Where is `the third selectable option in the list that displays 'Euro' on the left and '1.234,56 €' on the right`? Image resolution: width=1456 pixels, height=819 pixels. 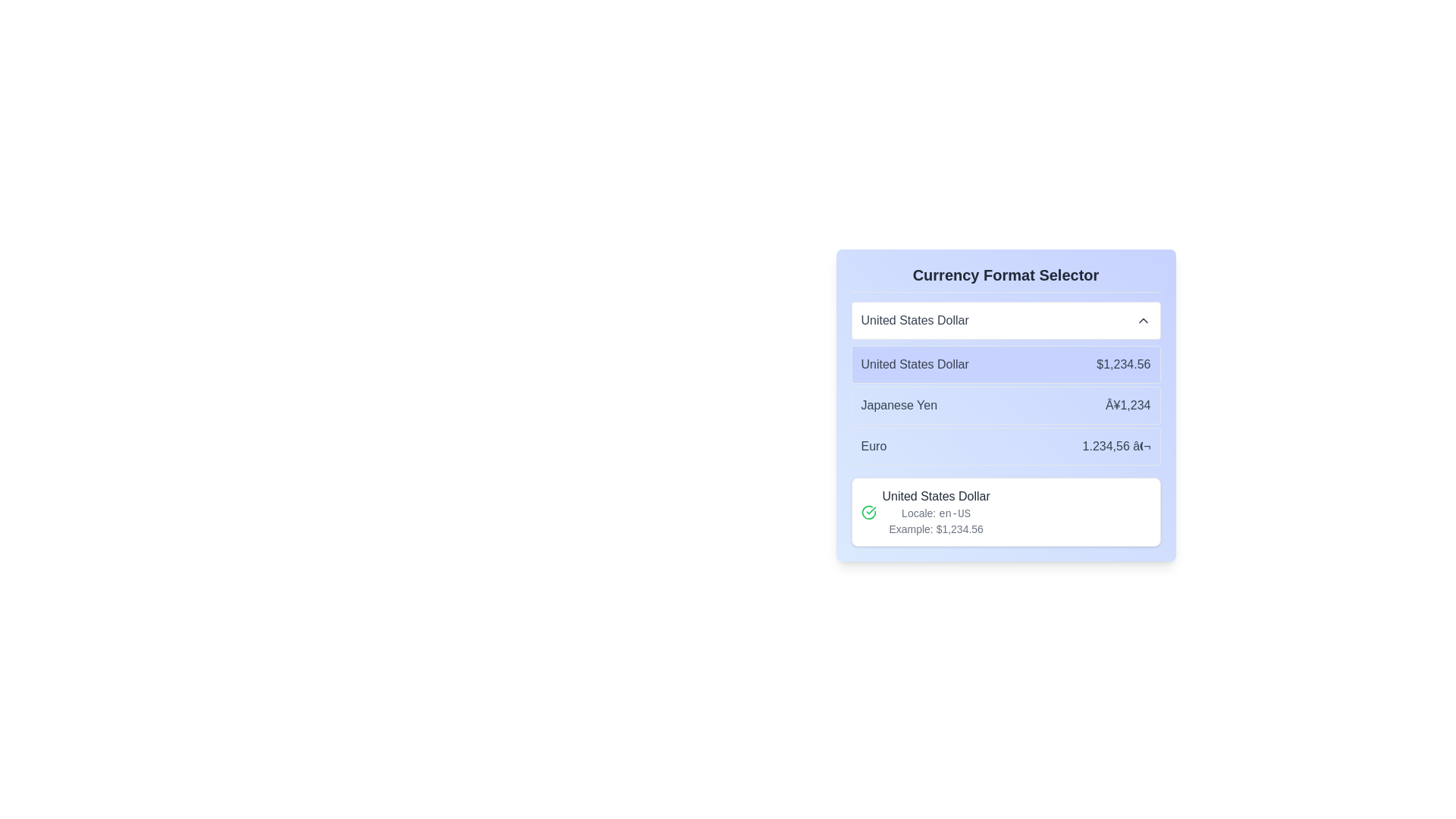
the third selectable option in the list that displays 'Euro' on the left and '1.234,56 €' on the right is located at coordinates (1006, 446).